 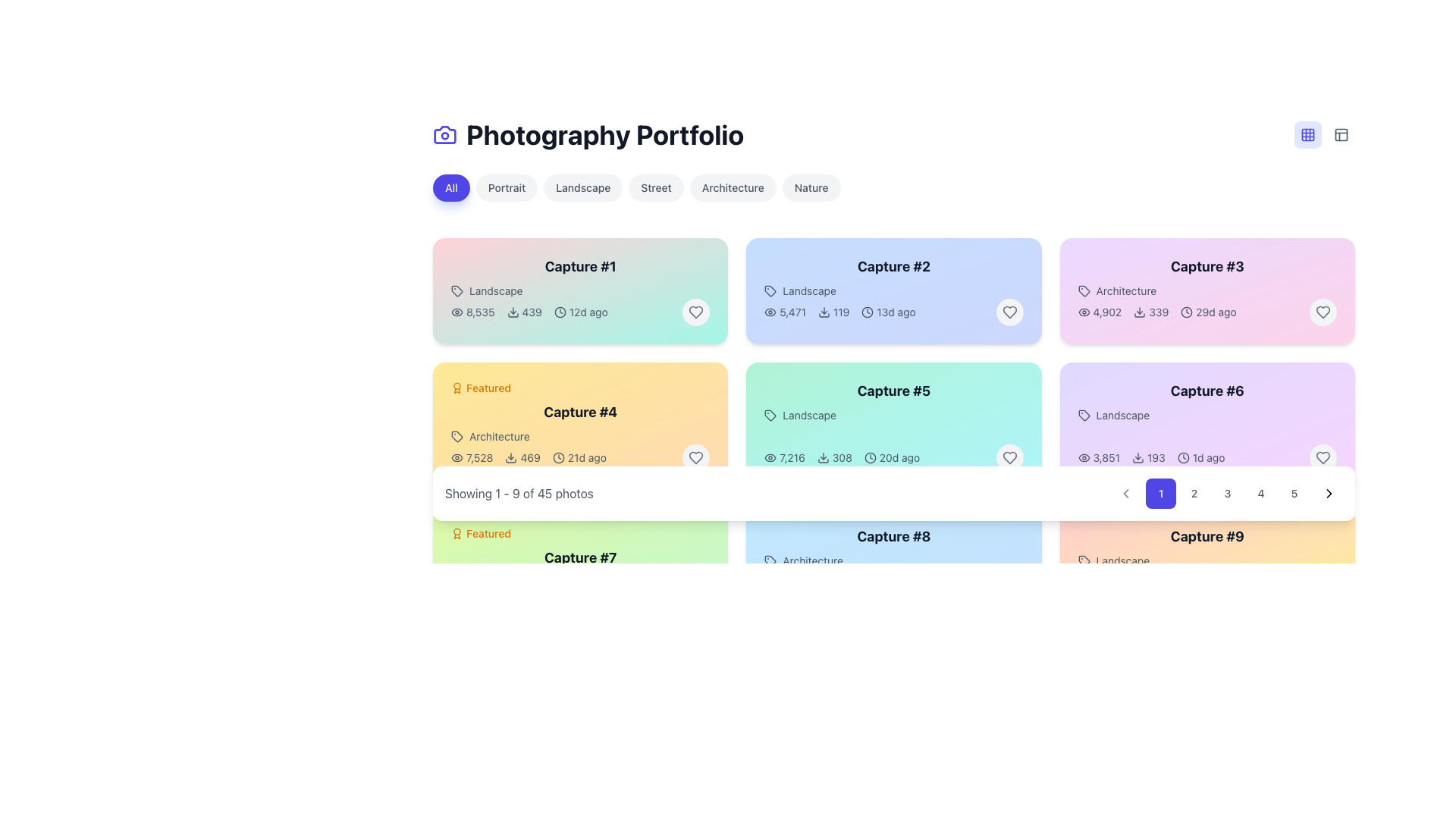 I want to click on visual styling of the text element indicating the time elapsed since the last update, located in the bottom-right corner of the 'Capture #5' card, so click(x=892, y=457).